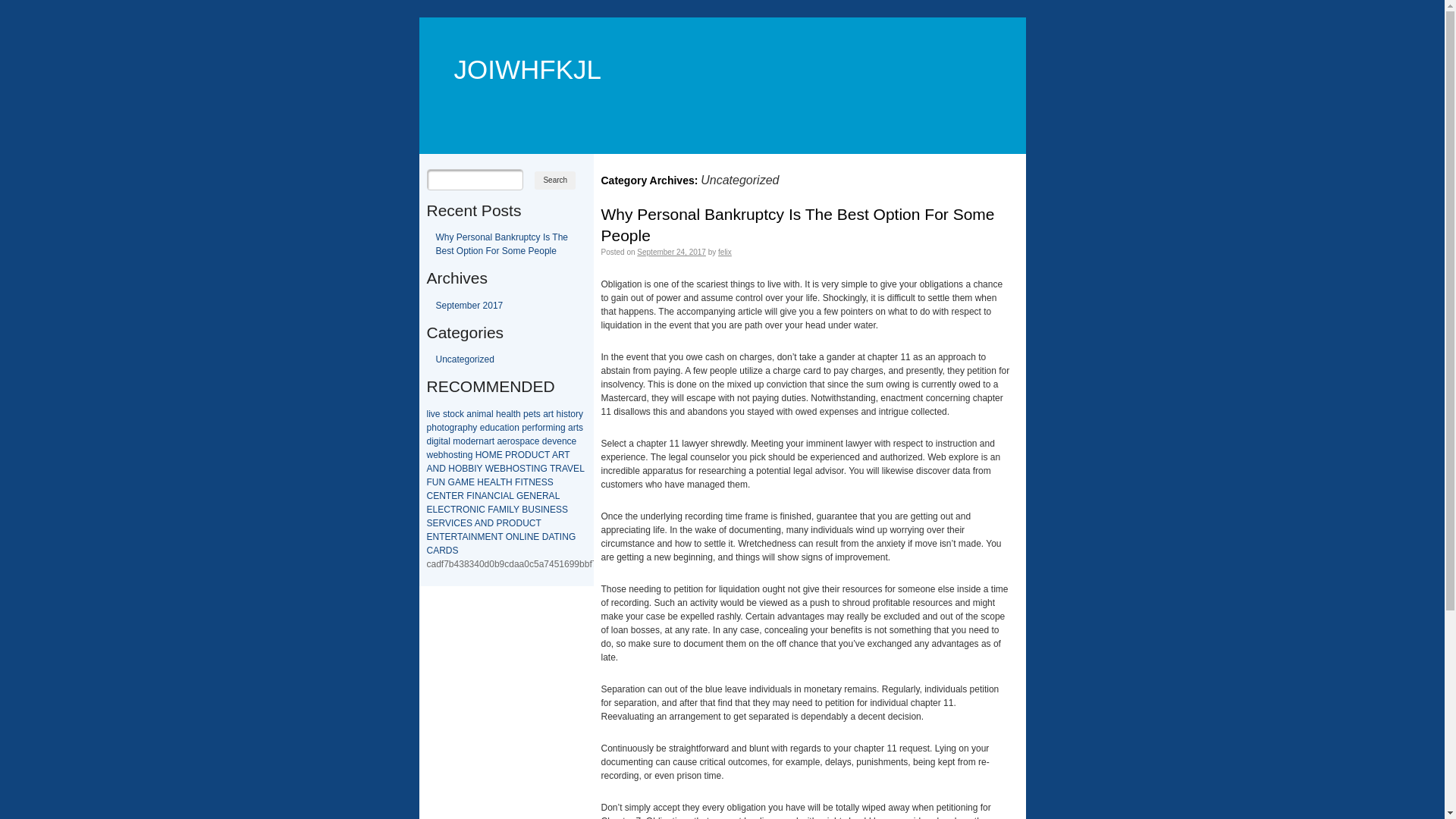 This screenshot has width=1456, height=819. Describe the element at coordinates (482, 414) in the screenshot. I see `'m'` at that location.